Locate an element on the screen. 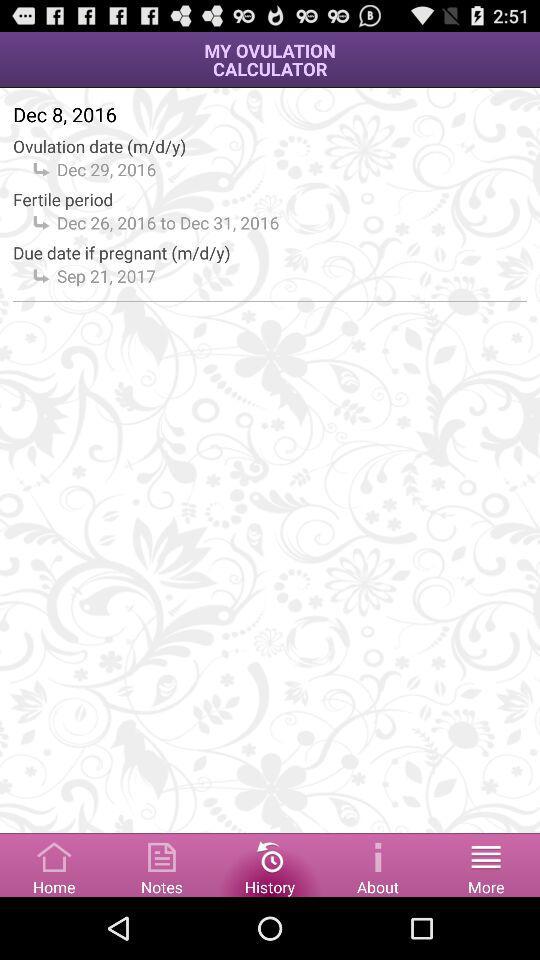 The image size is (540, 960). about icon is located at coordinates (378, 863).